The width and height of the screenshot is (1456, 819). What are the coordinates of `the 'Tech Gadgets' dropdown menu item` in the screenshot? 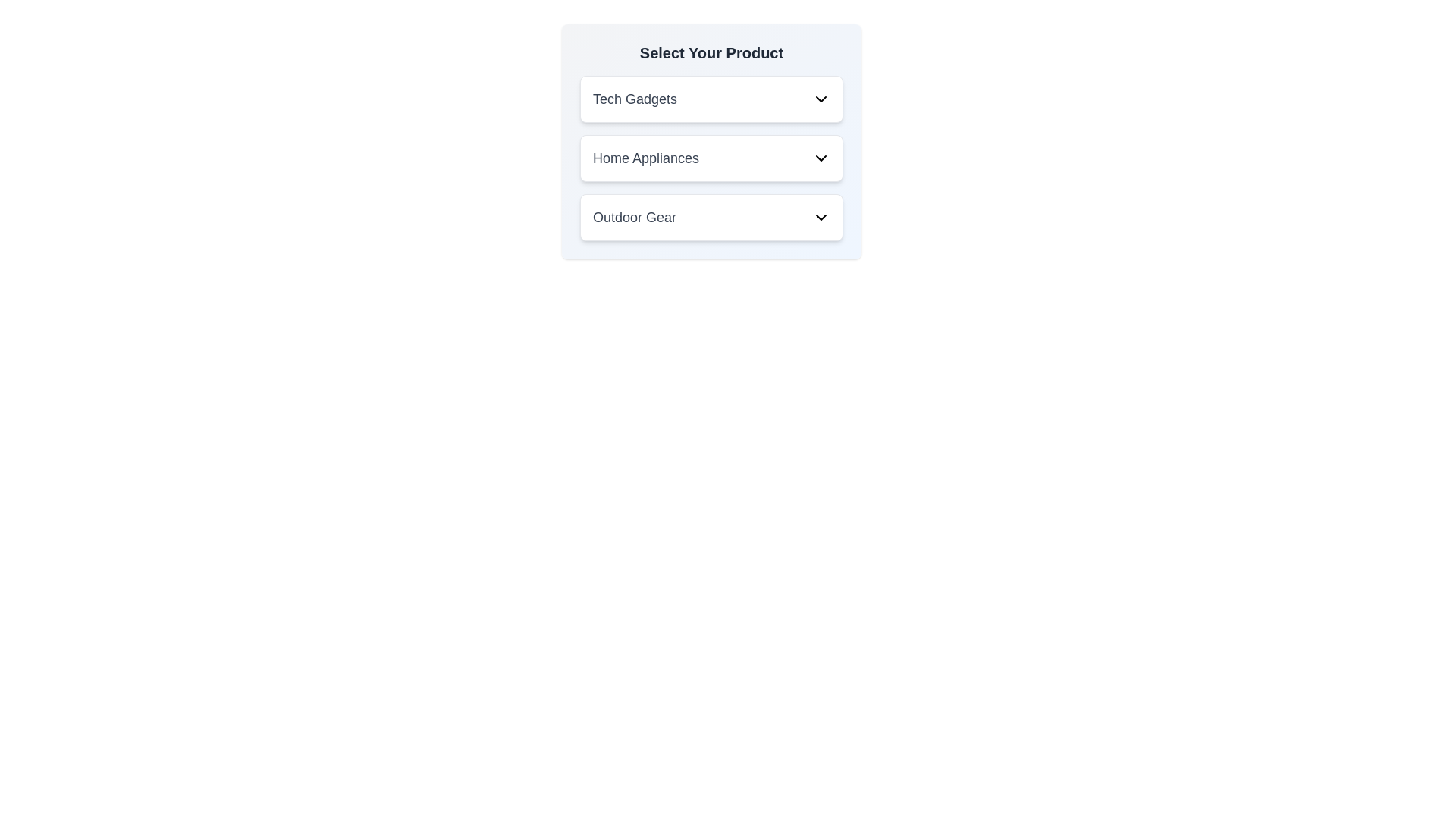 It's located at (711, 99).